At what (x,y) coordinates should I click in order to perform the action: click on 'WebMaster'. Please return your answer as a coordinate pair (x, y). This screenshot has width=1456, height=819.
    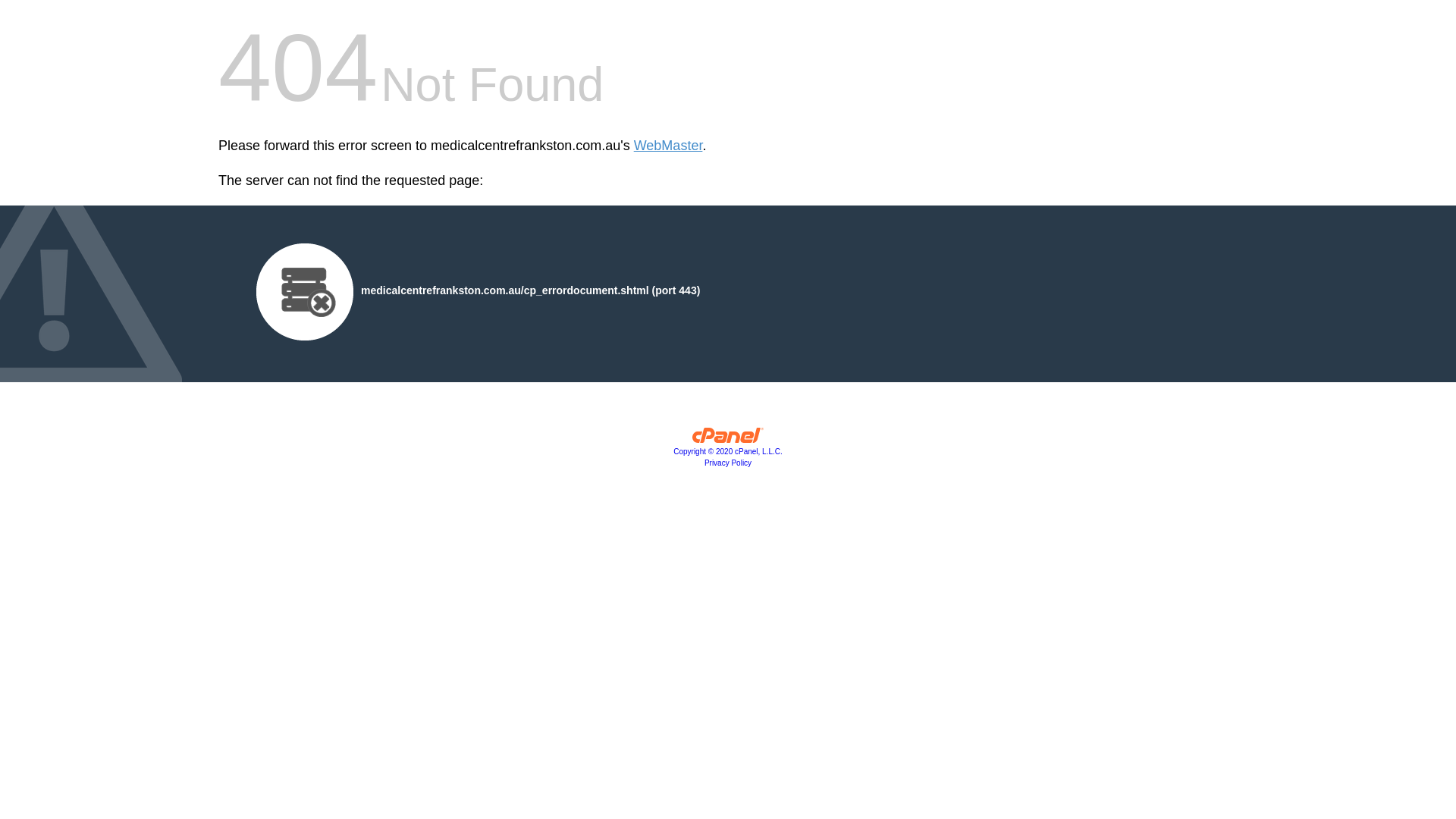
    Looking at the image, I should click on (667, 146).